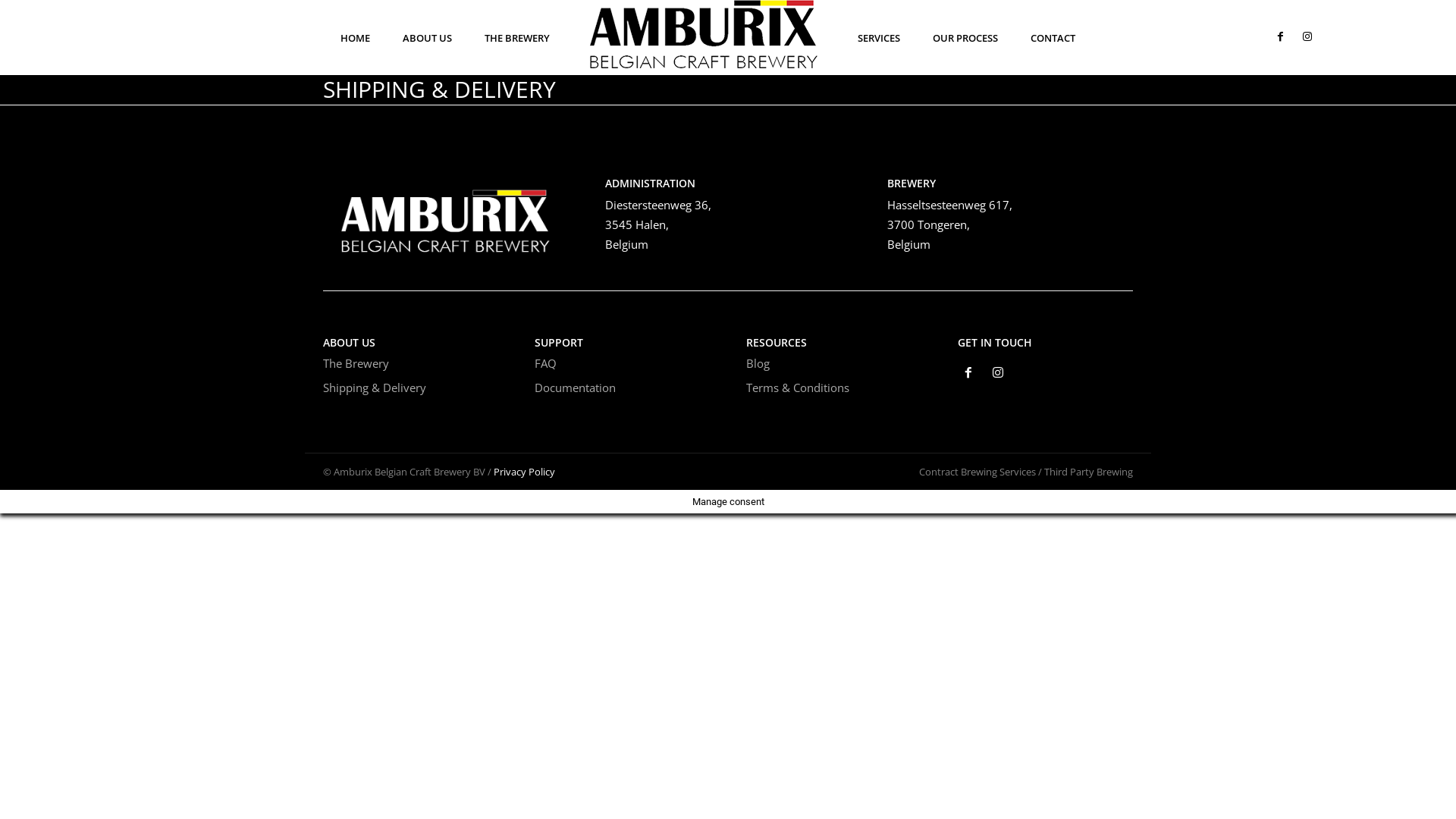 This screenshot has height=819, width=1456. Describe the element at coordinates (445, 215) in the screenshot. I see `'Amburix Belgian Craft Brewery'` at that location.